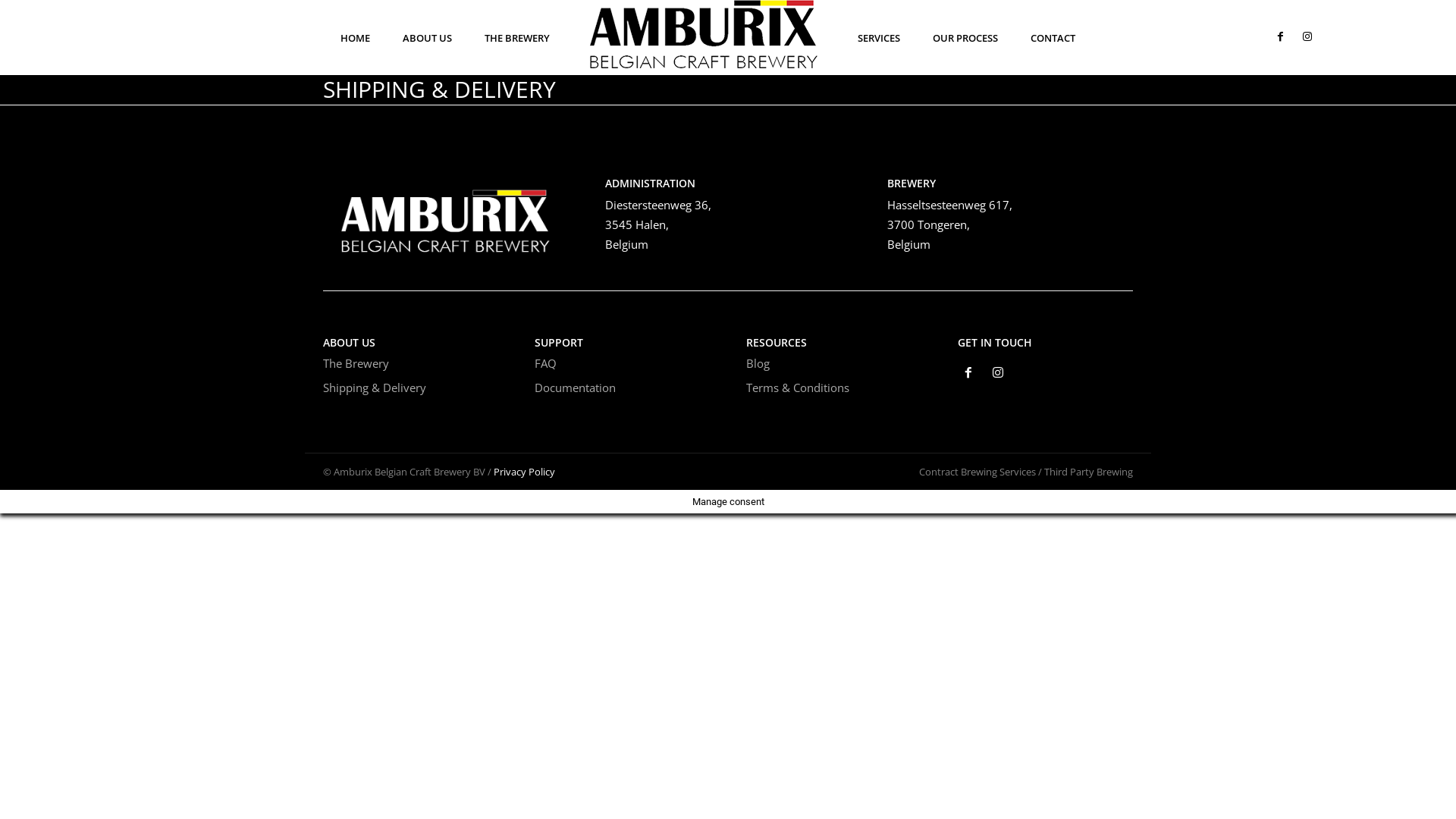 This screenshot has height=819, width=1456. Describe the element at coordinates (445, 215) in the screenshot. I see `'Amburix Belgian Craft Brewery'` at that location.